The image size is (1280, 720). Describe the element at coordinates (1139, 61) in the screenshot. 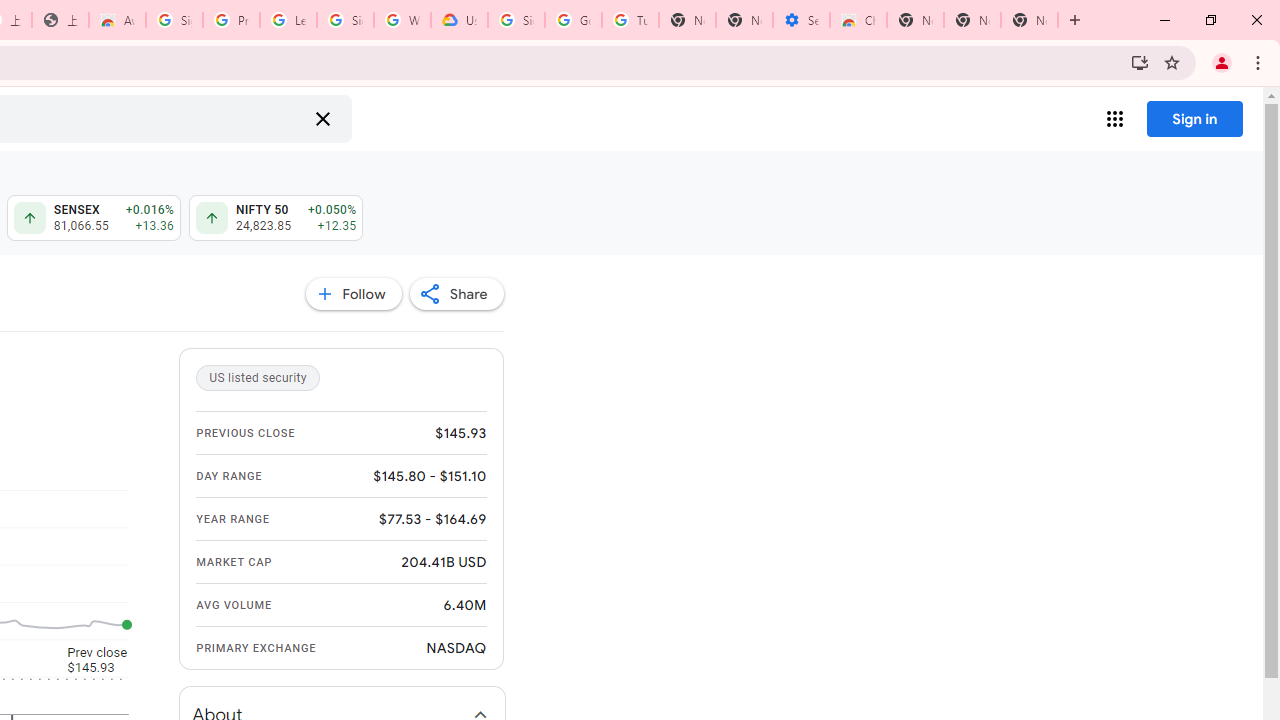

I see `'Install Google Finance'` at that location.